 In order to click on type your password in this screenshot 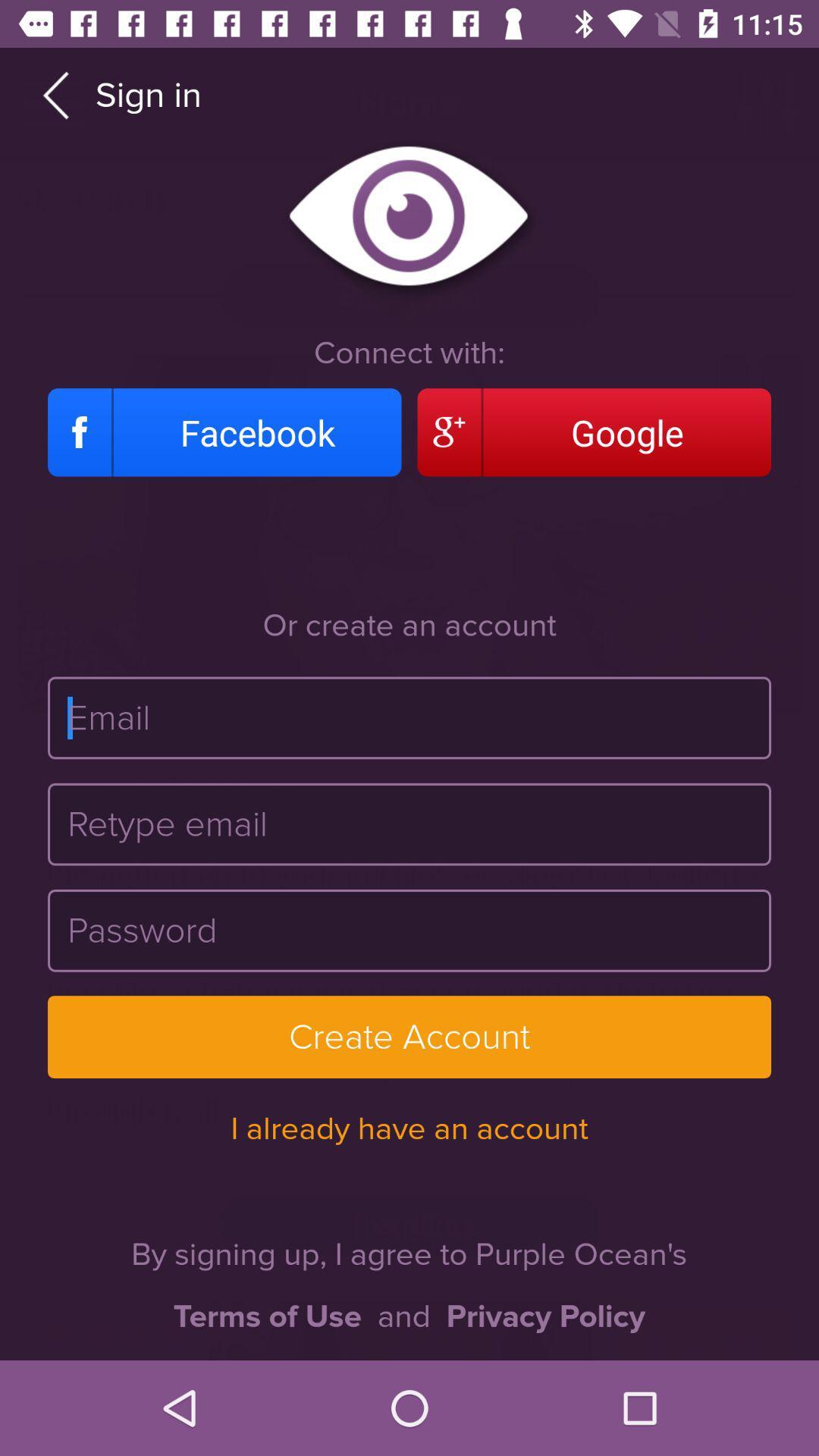, I will do `click(409, 930)`.